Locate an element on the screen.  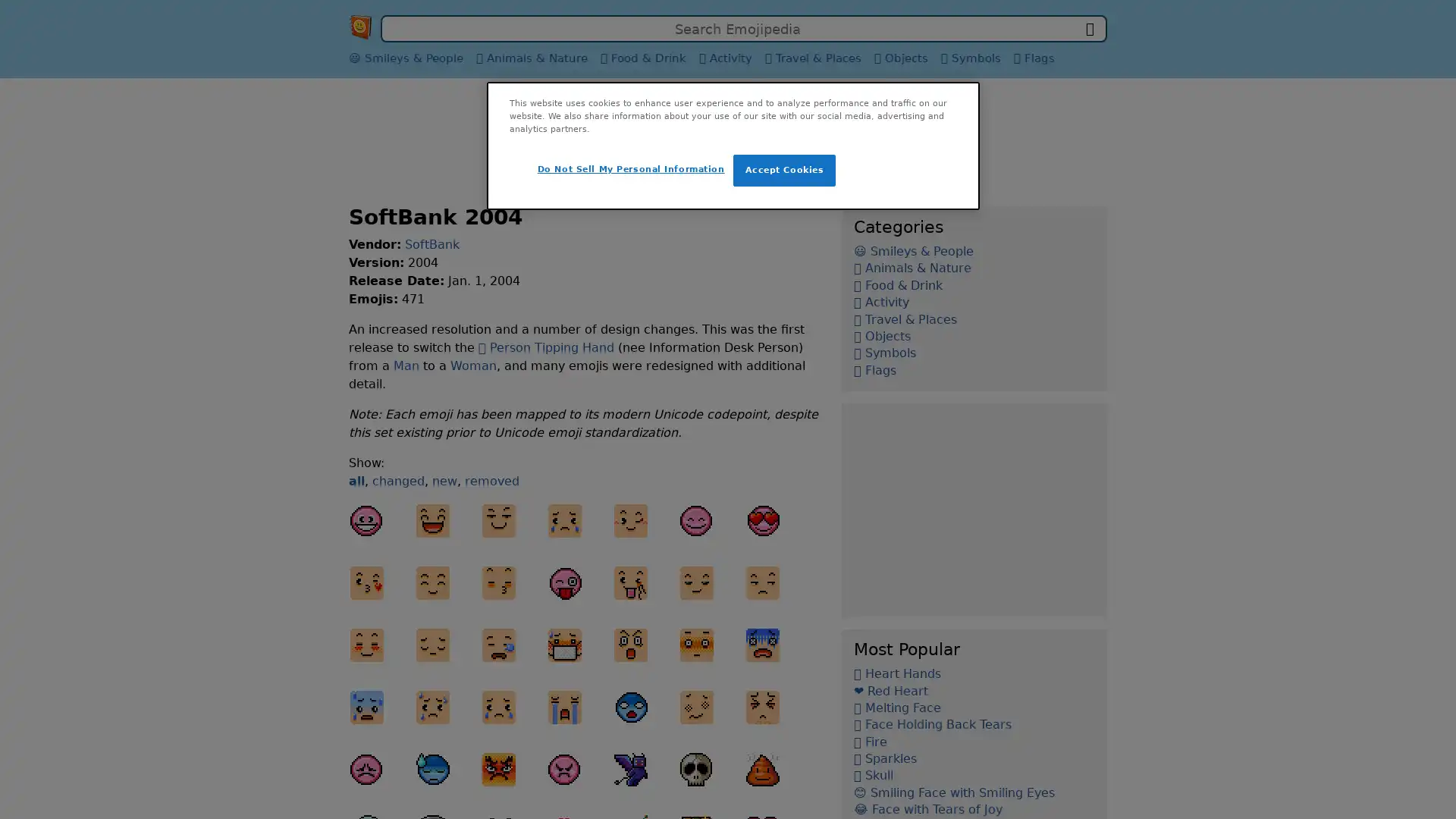
Do Not Sell My Personal Information is located at coordinates (630, 169).